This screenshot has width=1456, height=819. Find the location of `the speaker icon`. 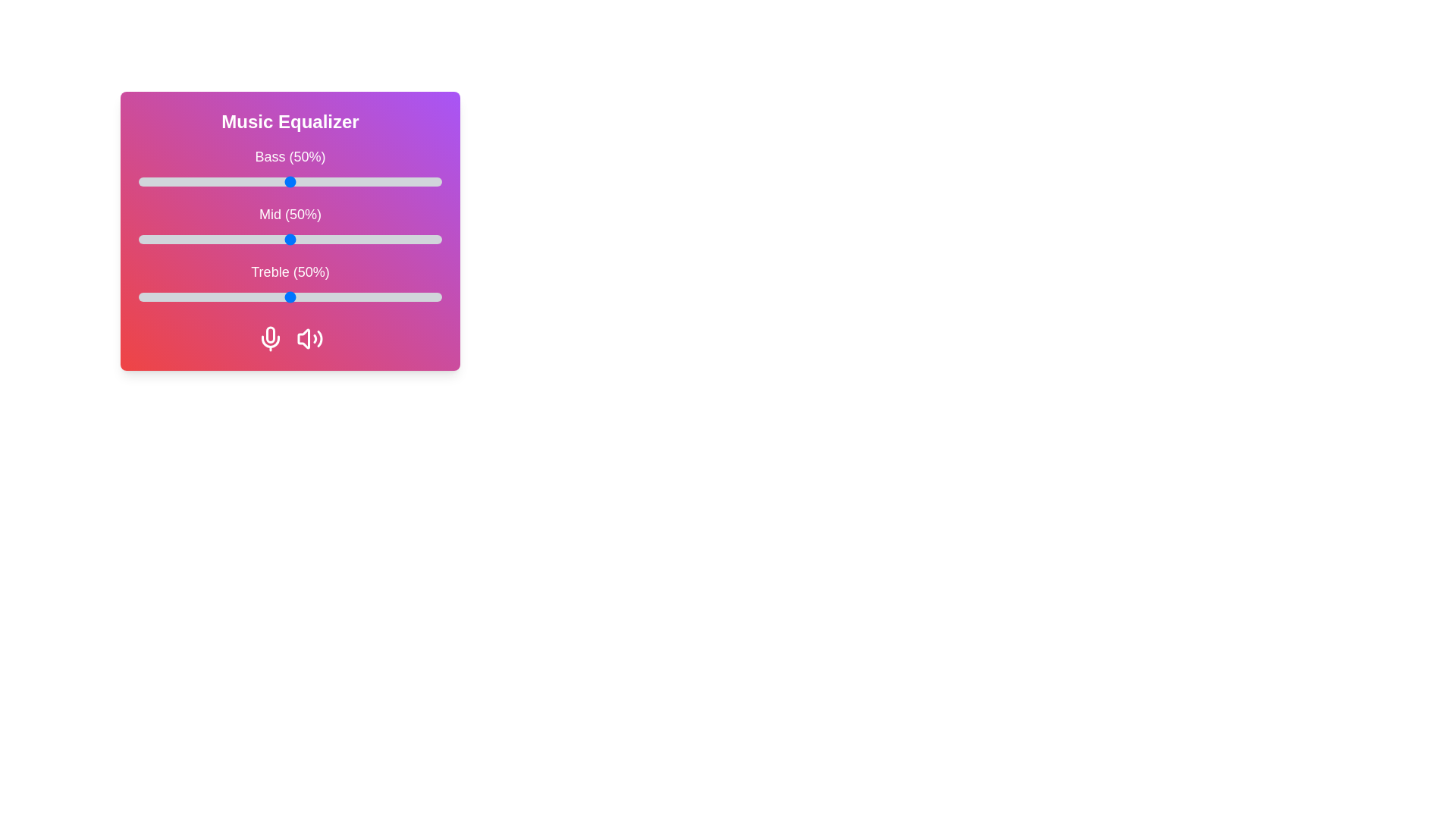

the speaker icon is located at coordinates (309, 338).